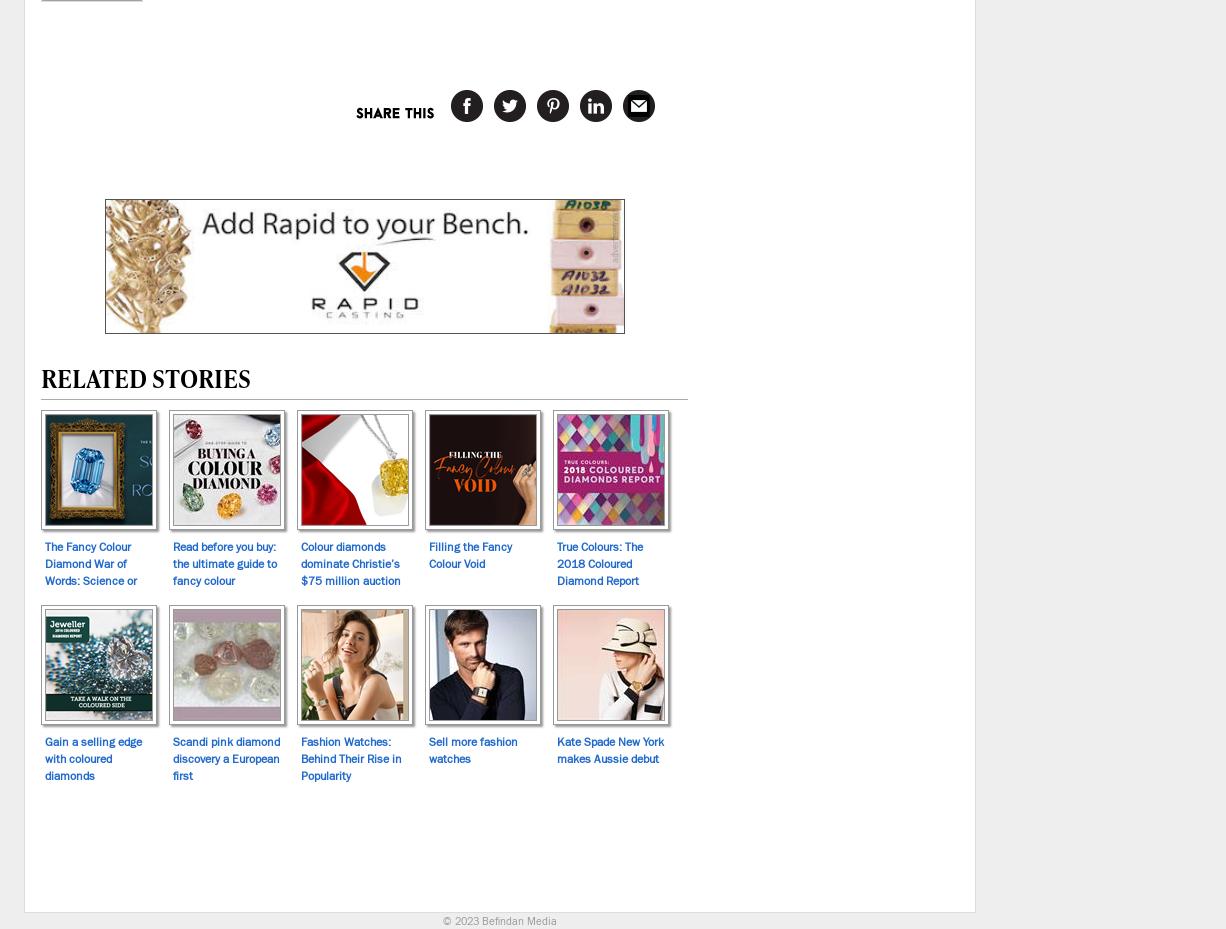  What do you see at coordinates (145, 376) in the screenshot?
I see `'Related Stories'` at bounding box center [145, 376].